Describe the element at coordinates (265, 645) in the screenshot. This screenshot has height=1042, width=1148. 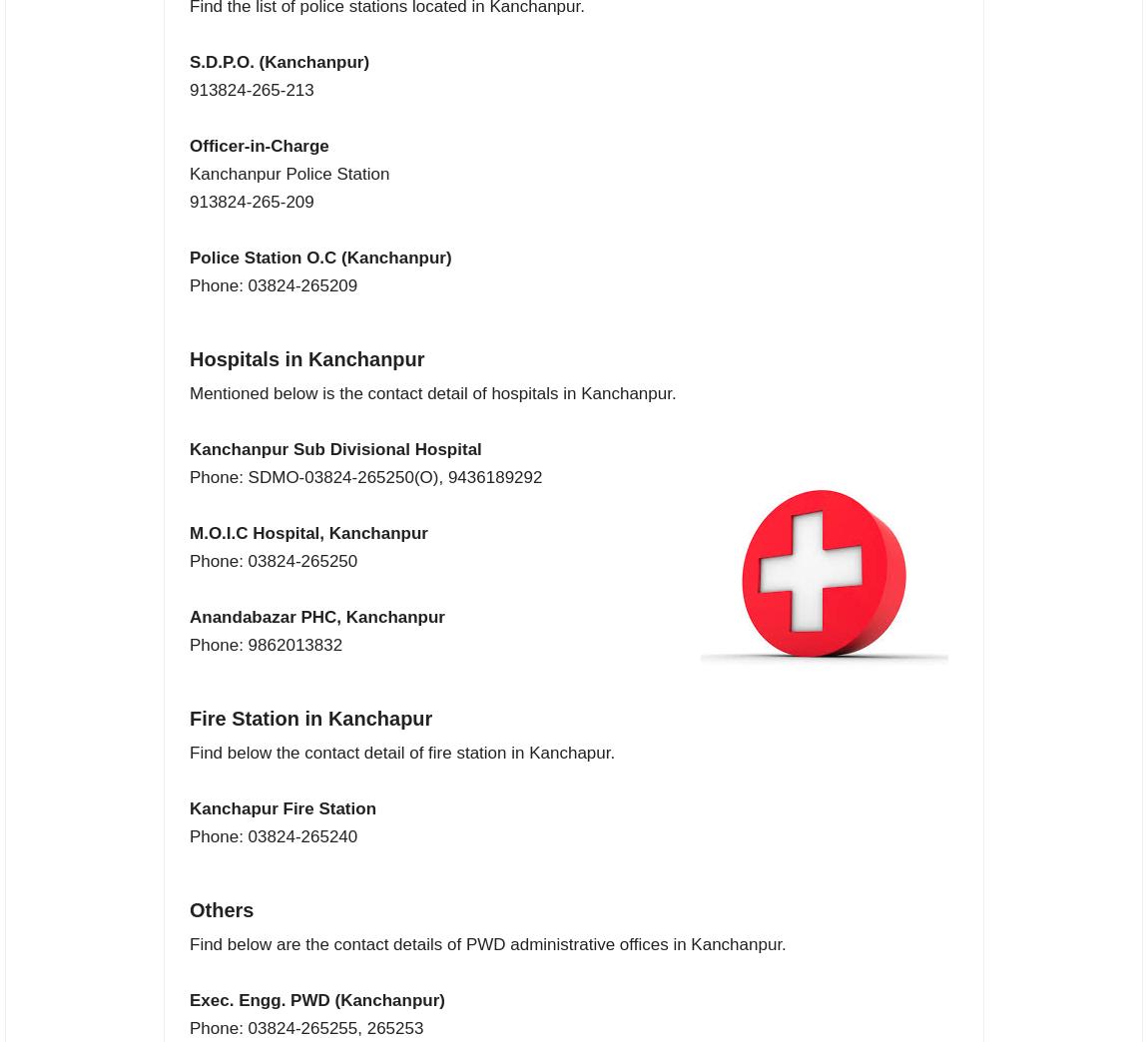
I see `'Phone: 9862013832'` at that location.